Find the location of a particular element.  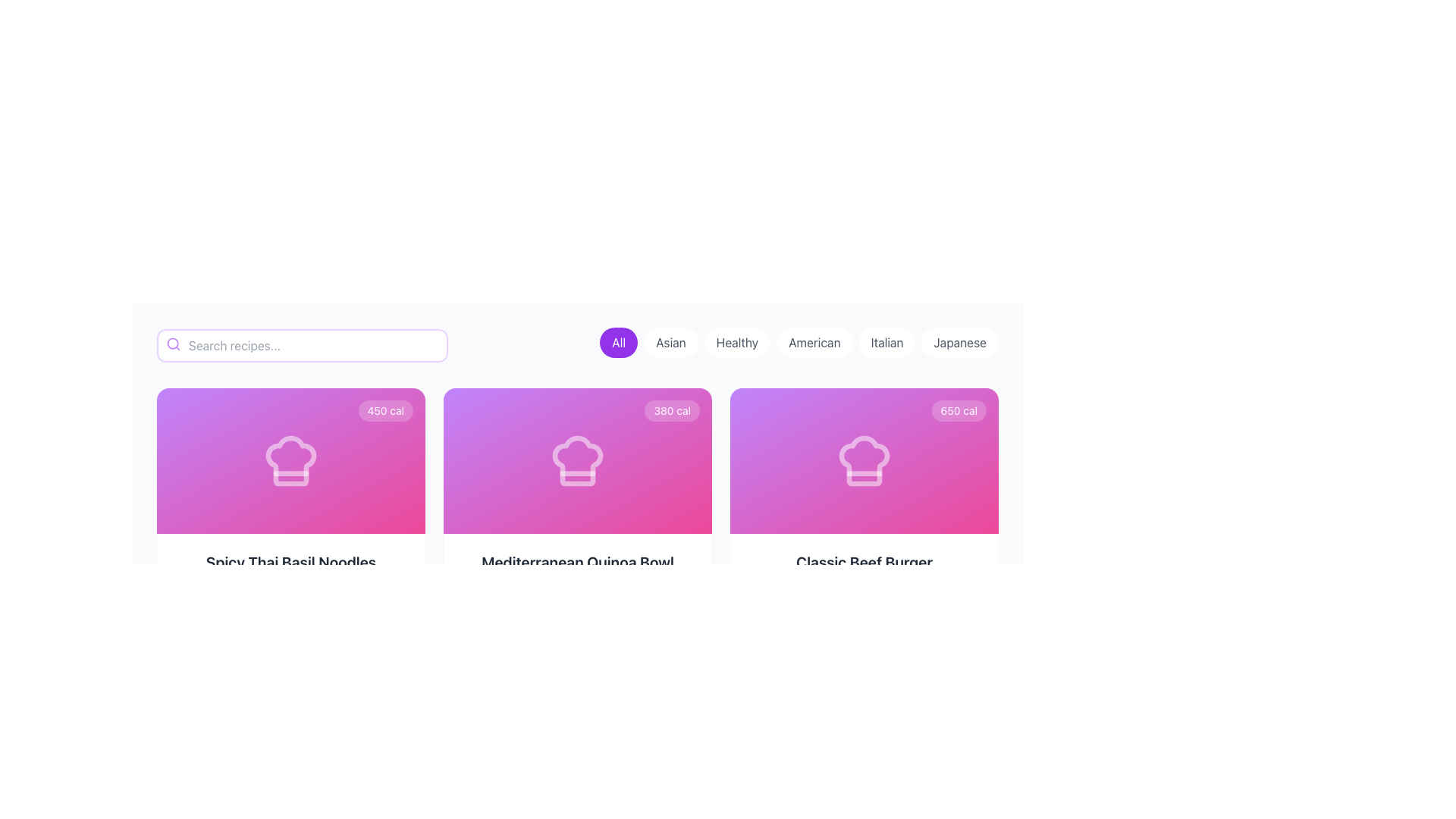

the text label displaying the calorie count located in the top right corner of the card with a purple-to-pink gradient background is located at coordinates (385, 411).